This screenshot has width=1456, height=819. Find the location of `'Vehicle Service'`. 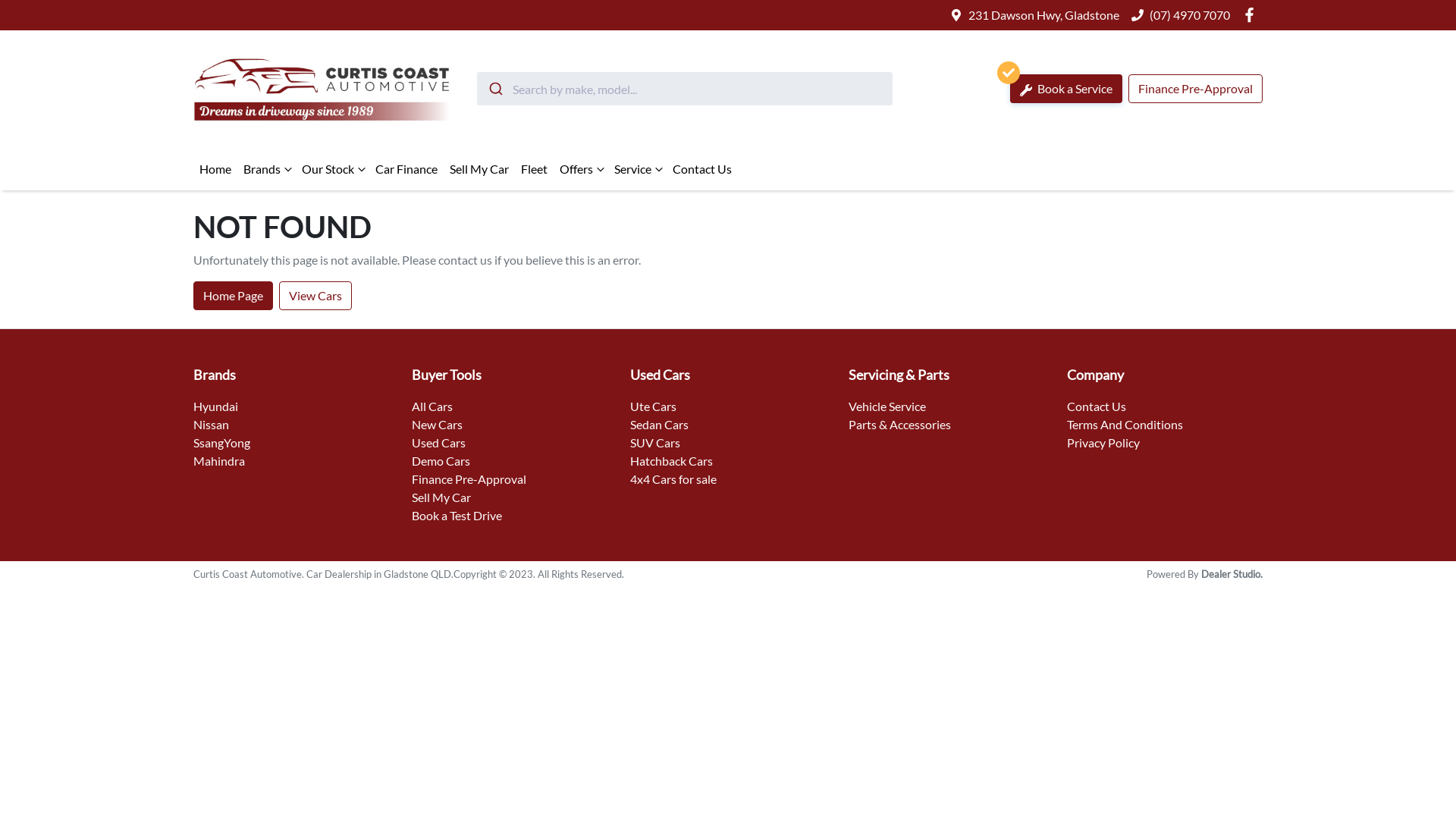

'Vehicle Service' is located at coordinates (887, 405).